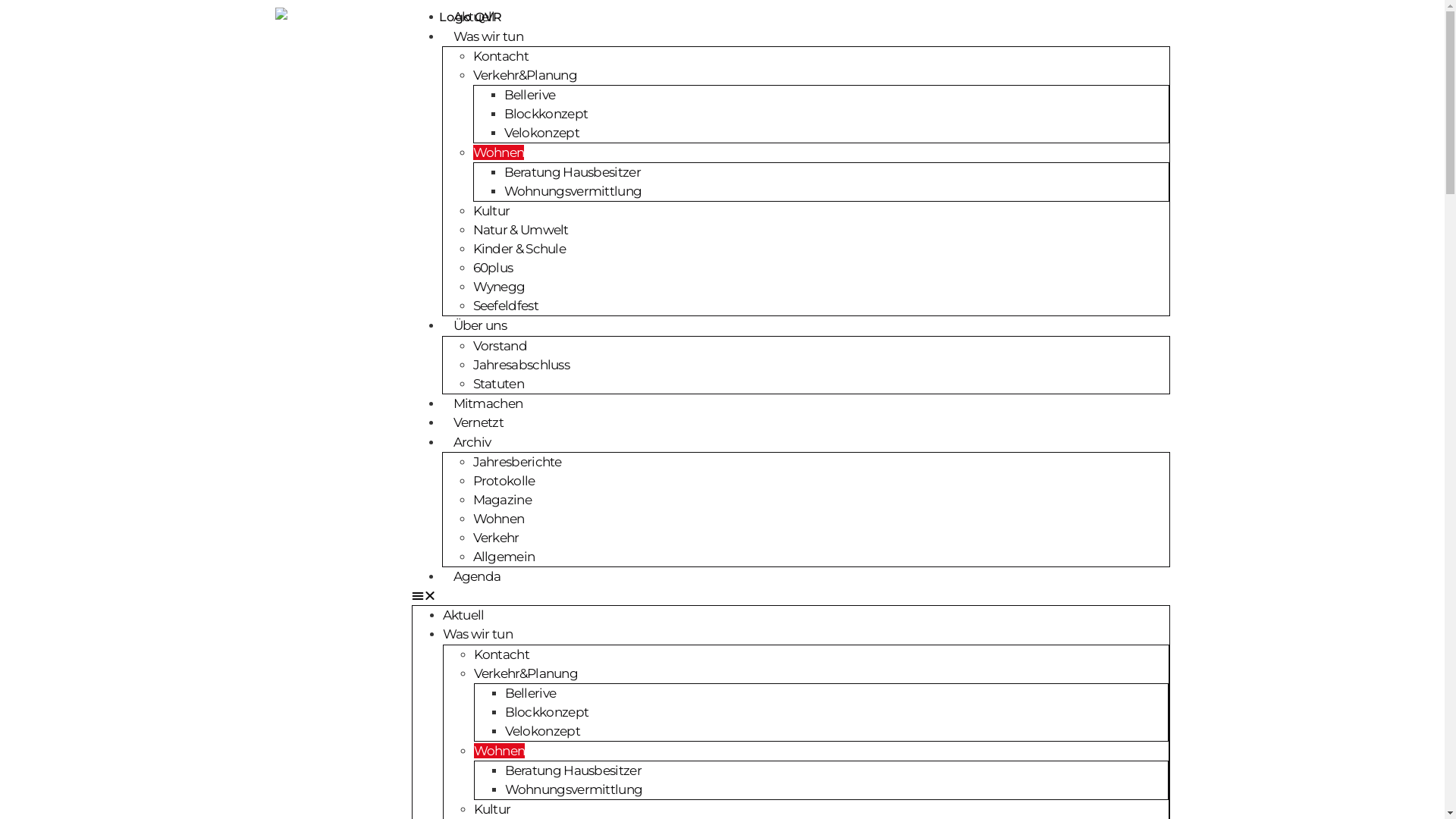  What do you see at coordinates (517, 461) in the screenshot?
I see `'Jahresberichte'` at bounding box center [517, 461].